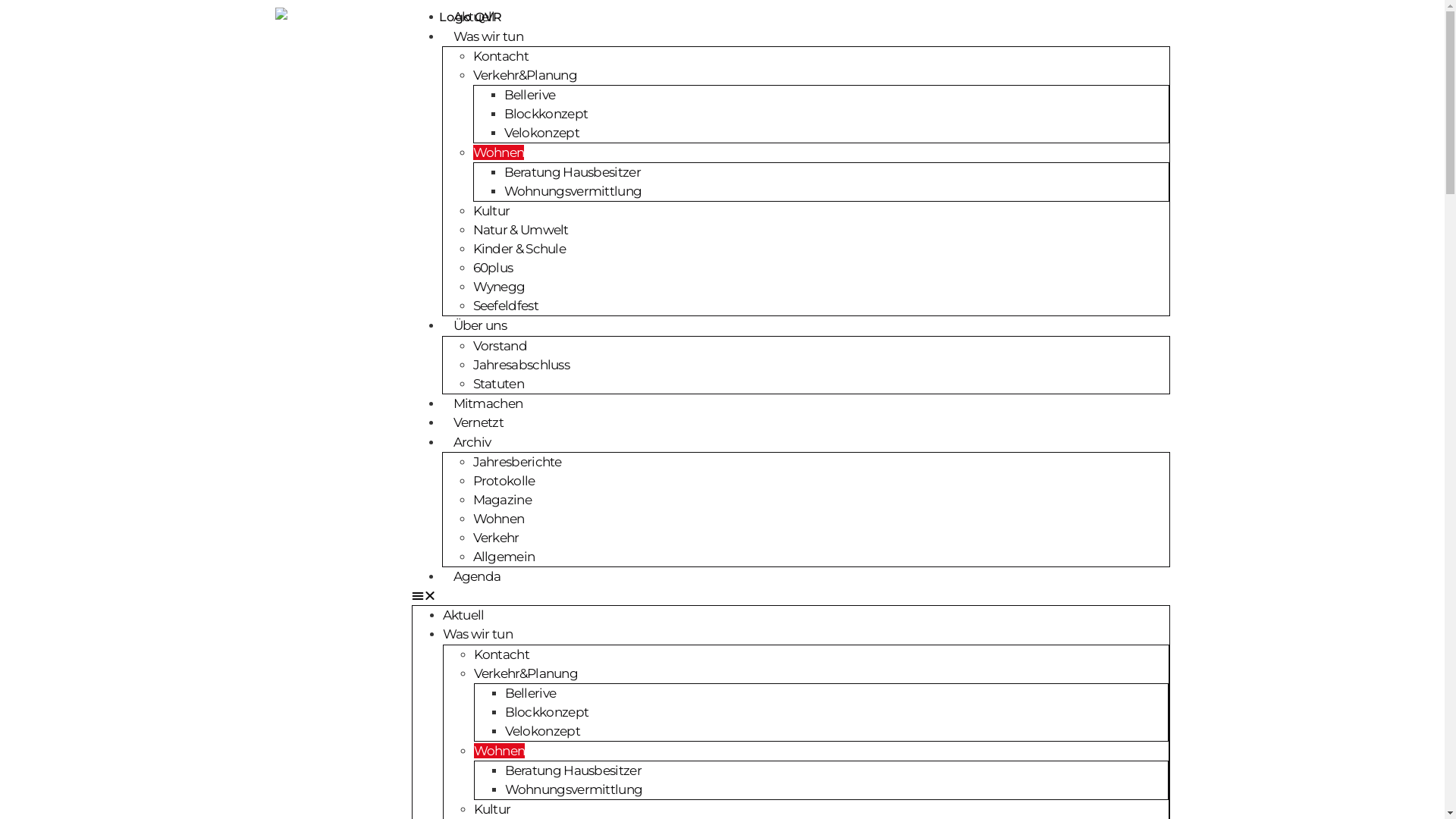  What do you see at coordinates (517, 461) in the screenshot?
I see `'Jahresberichte'` at bounding box center [517, 461].